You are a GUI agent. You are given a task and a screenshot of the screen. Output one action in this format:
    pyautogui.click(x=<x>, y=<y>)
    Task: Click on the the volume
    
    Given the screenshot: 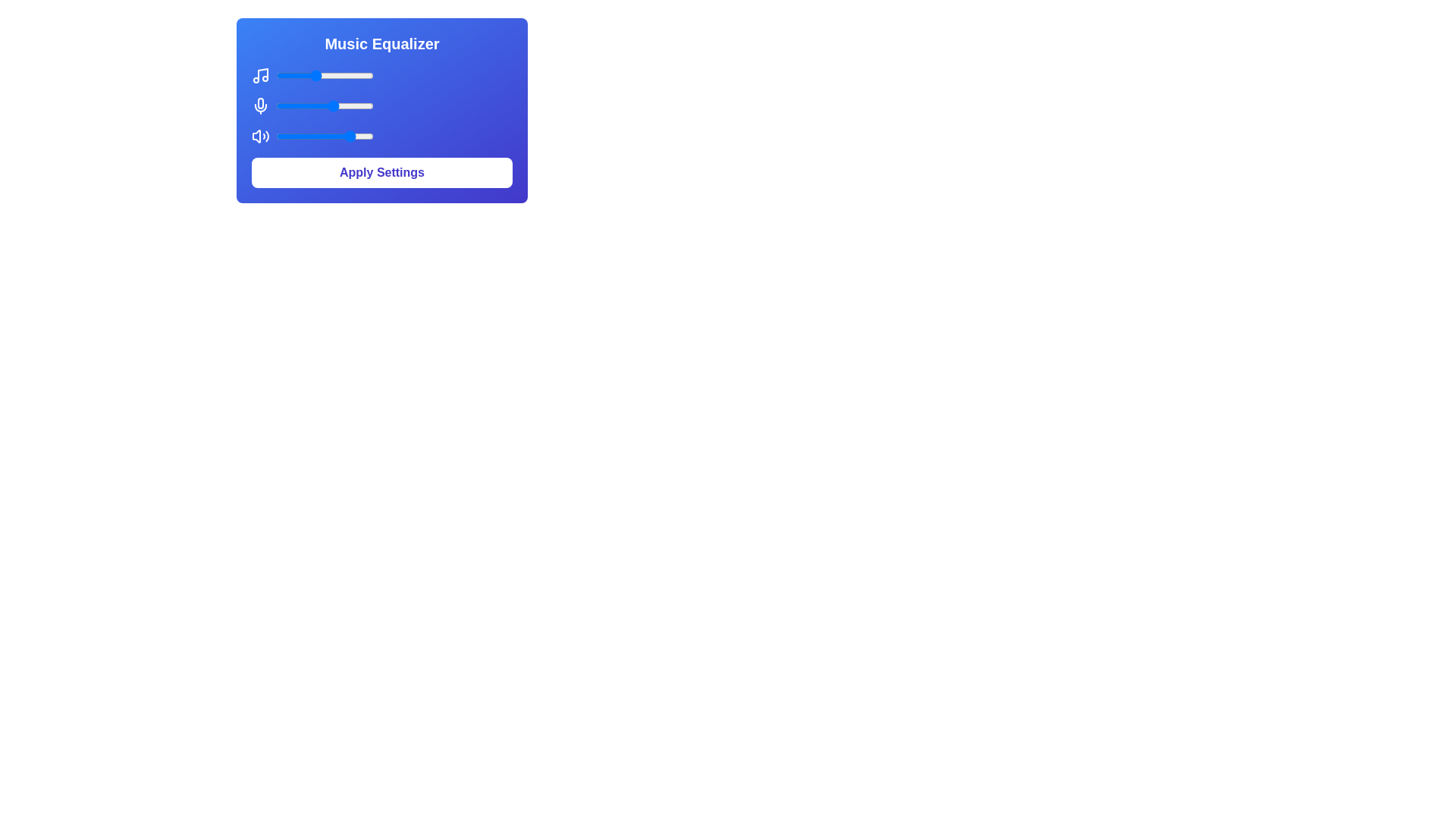 What is the action you would take?
    pyautogui.click(x=345, y=136)
    